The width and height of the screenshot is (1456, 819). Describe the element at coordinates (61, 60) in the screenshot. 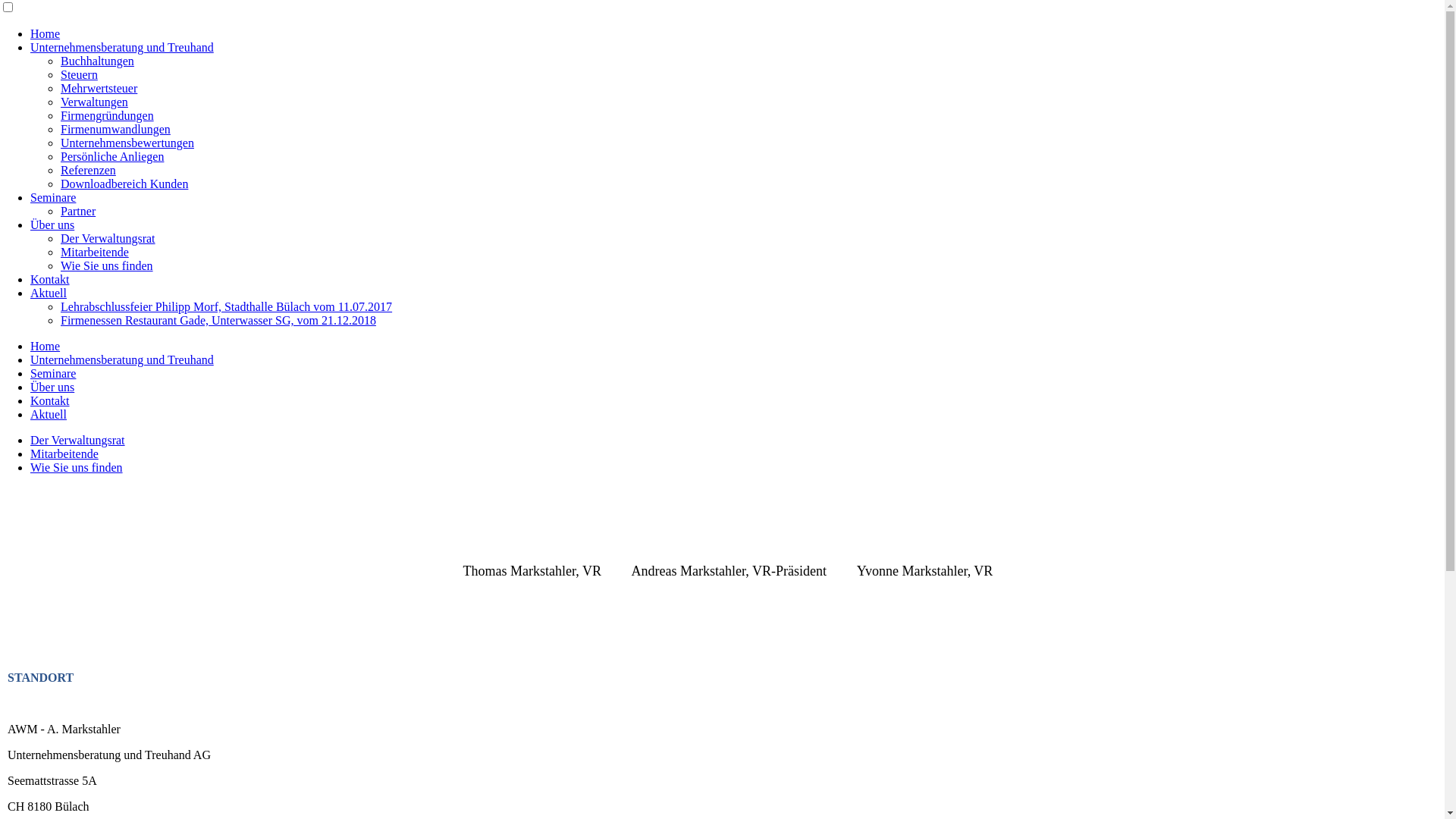

I see `'Buchhaltungen'` at that location.